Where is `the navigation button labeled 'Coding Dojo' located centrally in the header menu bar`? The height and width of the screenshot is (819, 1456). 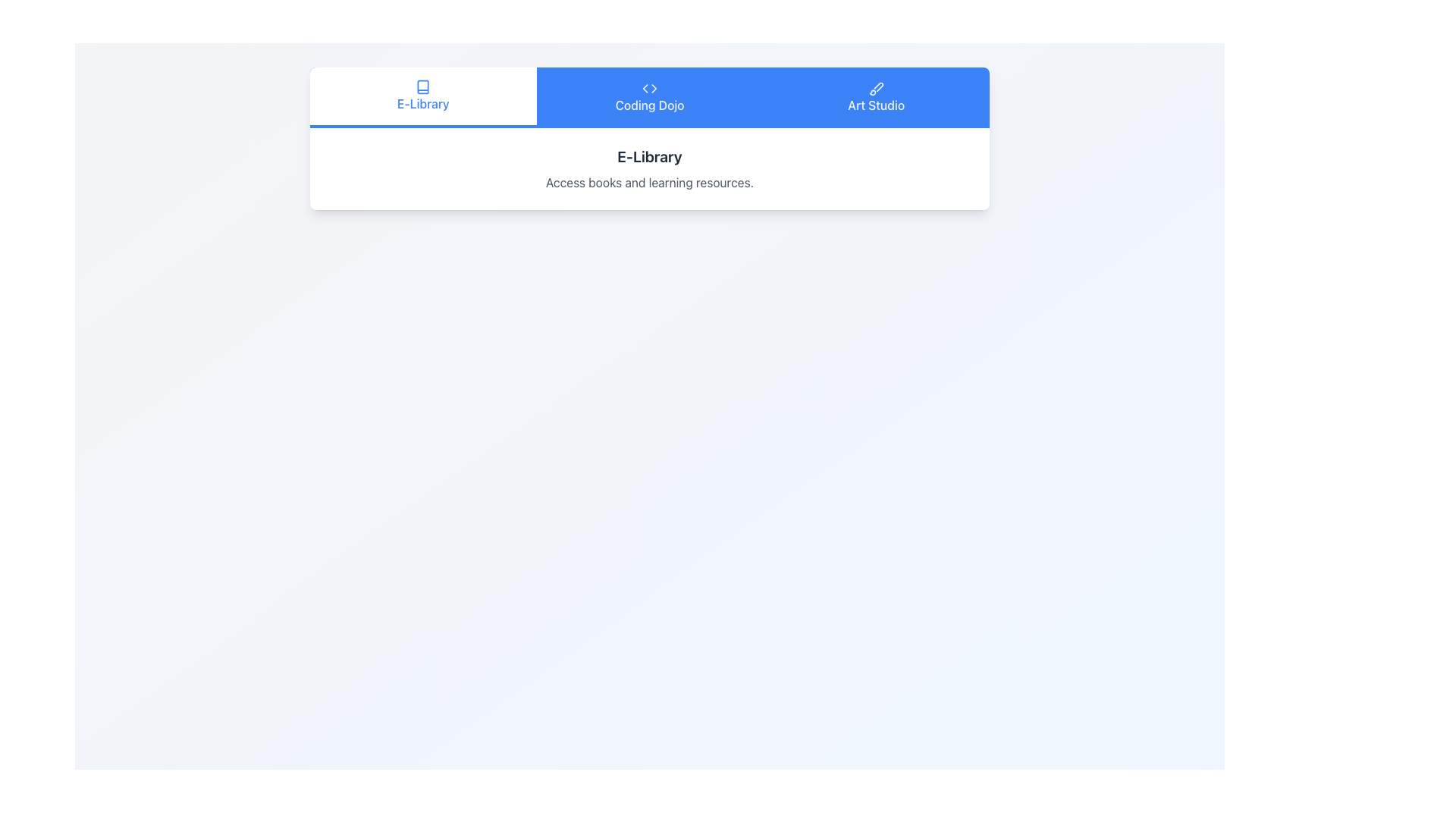
the navigation button labeled 'Coding Dojo' located centrally in the header menu bar is located at coordinates (650, 97).